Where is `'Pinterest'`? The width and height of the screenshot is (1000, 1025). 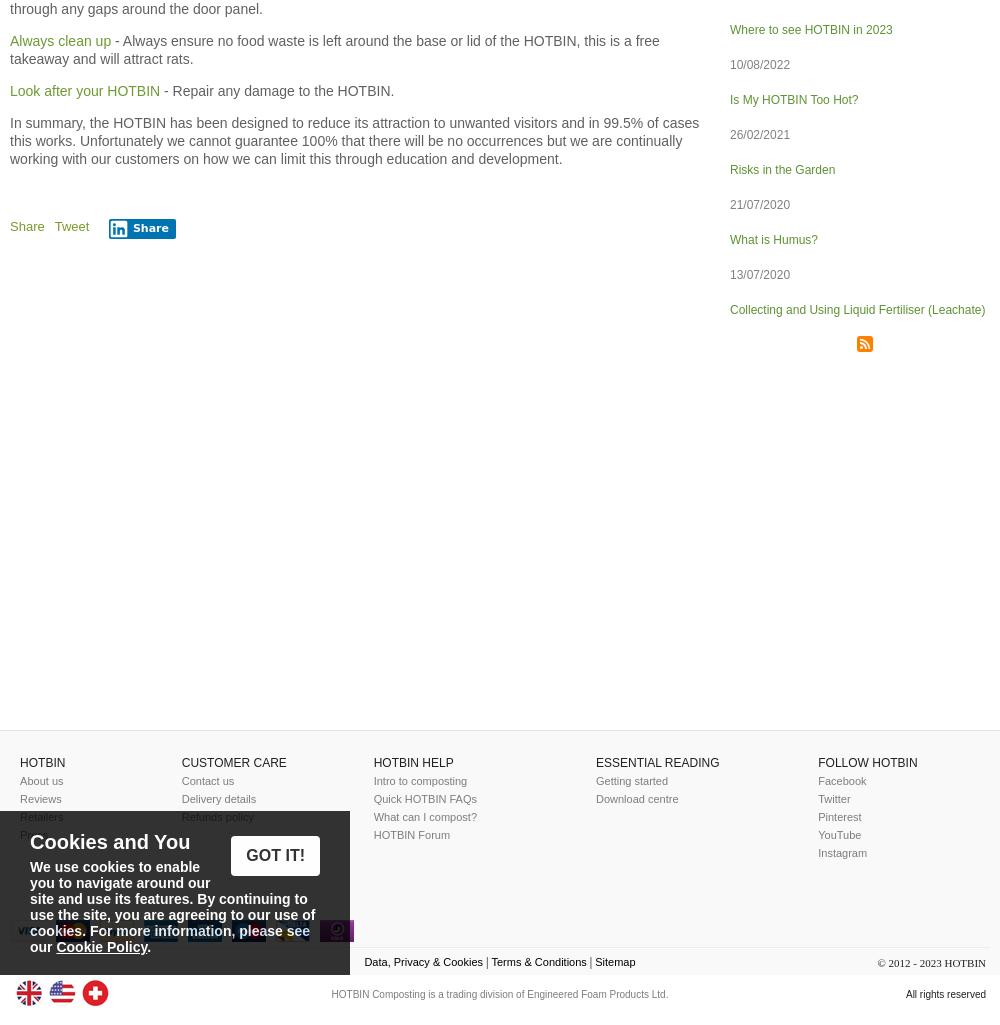 'Pinterest' is located at coordinates (838, 816).